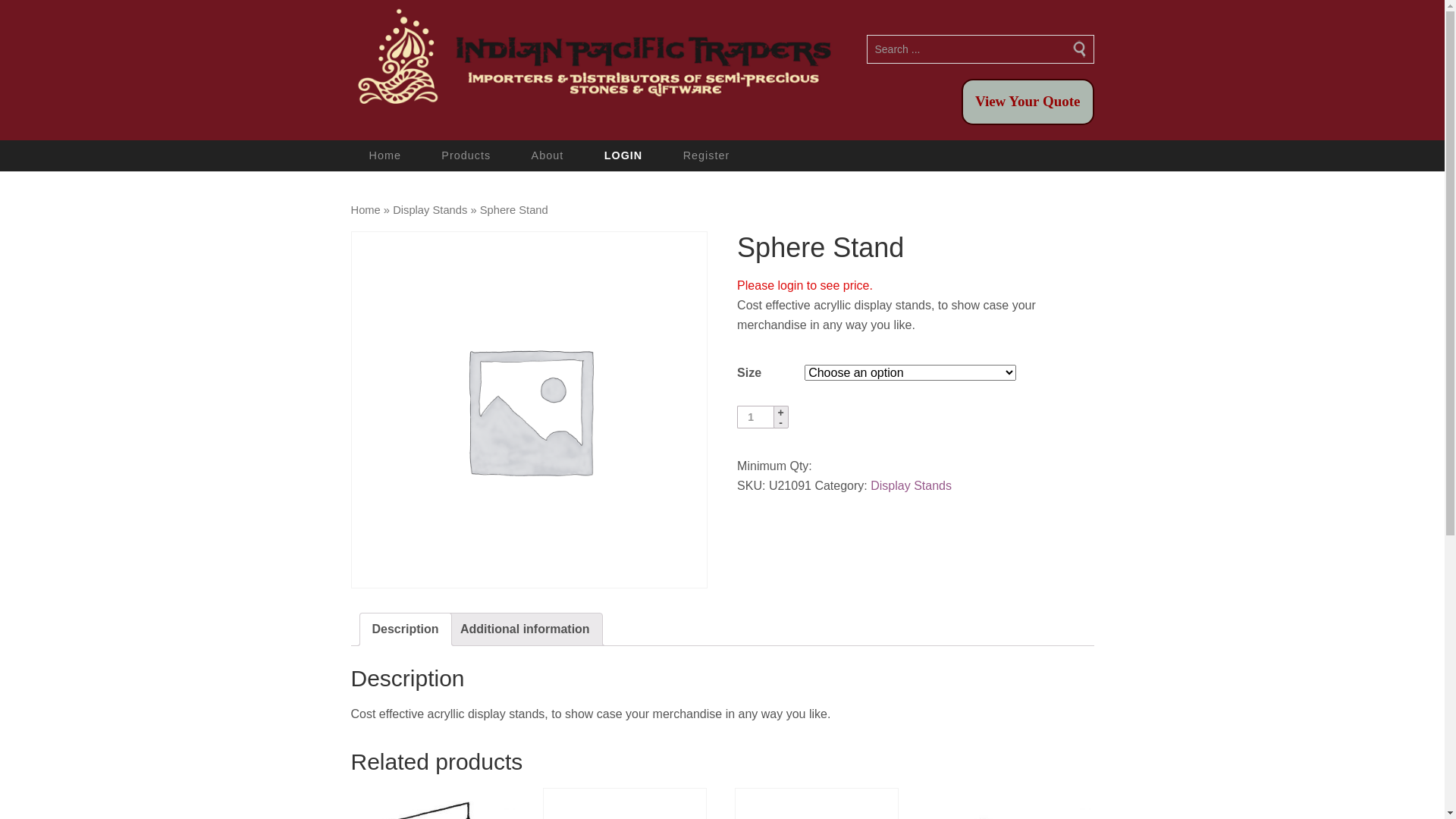  What do you see at coordinates (384, 155) in the screenshot?
I see `'Home'` at bounding box center [384, 155].